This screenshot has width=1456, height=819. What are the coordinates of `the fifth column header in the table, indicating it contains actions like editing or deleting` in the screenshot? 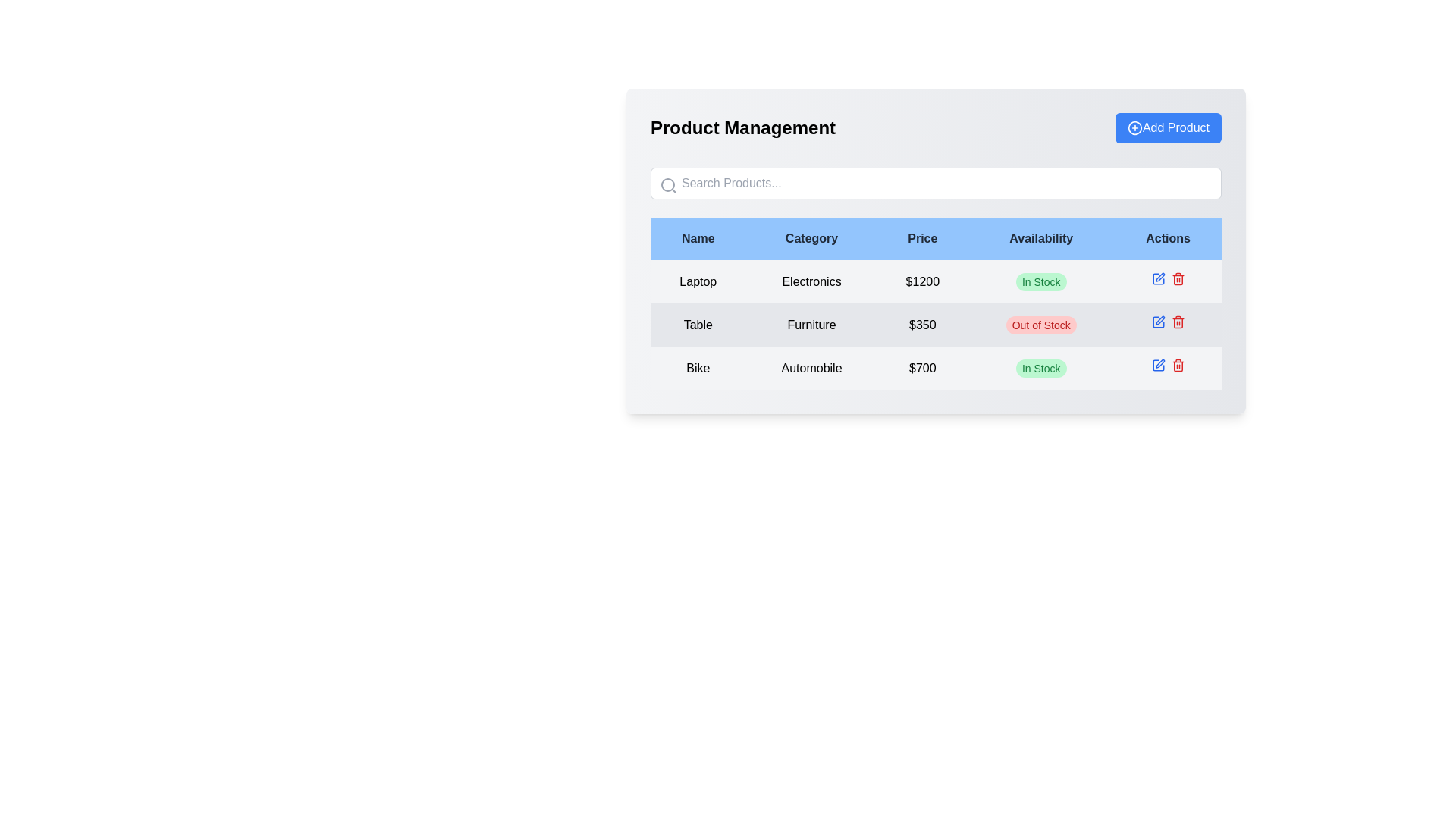 It's located at (1167, 239).